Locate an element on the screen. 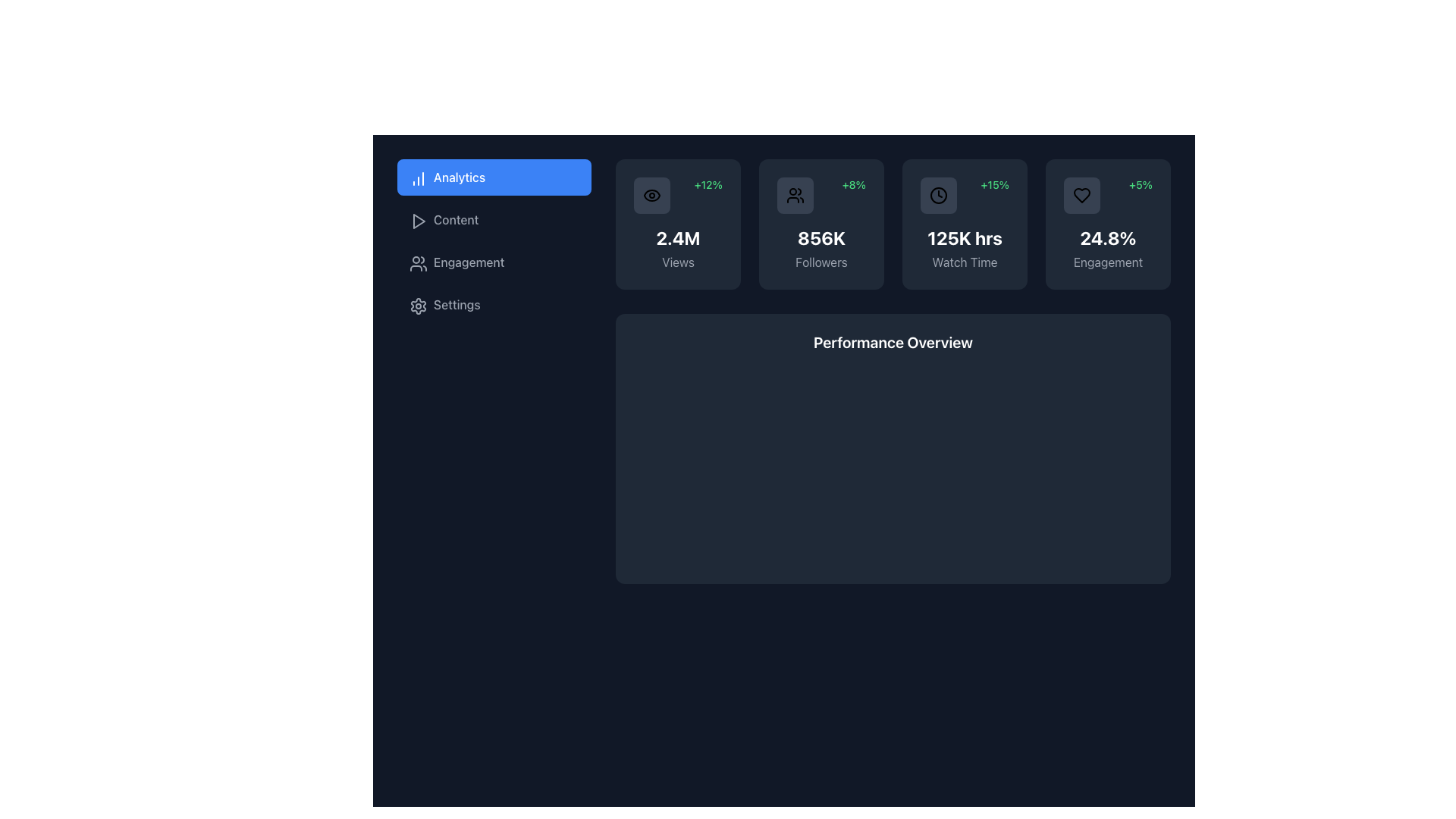 The image size is (1456, 819). the rounded rectangular dark gray icon with a clock symbol located in the top bar of the third statistics card from the left is located at coordinates (938, 195).